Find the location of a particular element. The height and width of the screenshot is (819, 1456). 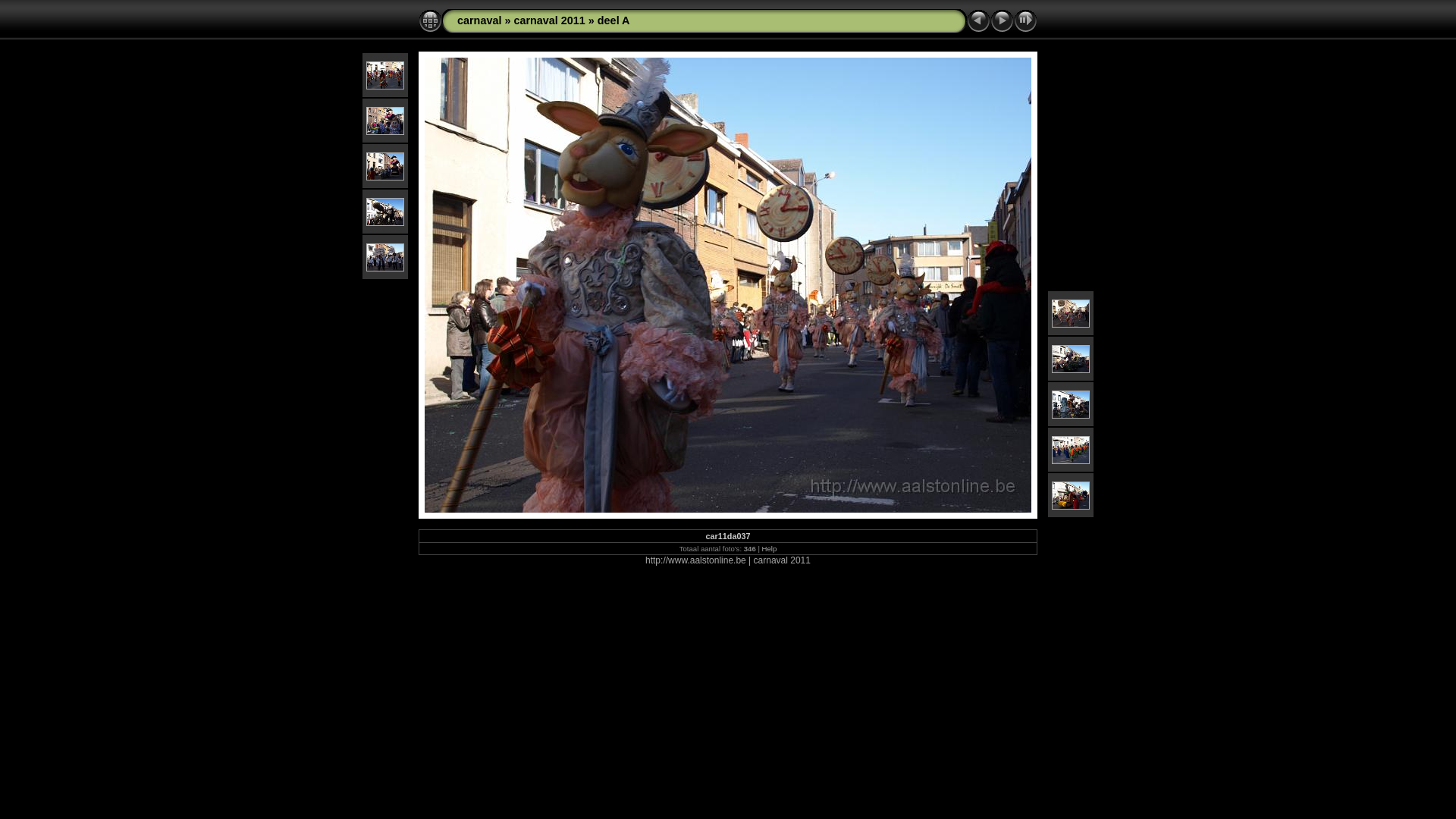

'deel A' is located at coordinates (596, 20).